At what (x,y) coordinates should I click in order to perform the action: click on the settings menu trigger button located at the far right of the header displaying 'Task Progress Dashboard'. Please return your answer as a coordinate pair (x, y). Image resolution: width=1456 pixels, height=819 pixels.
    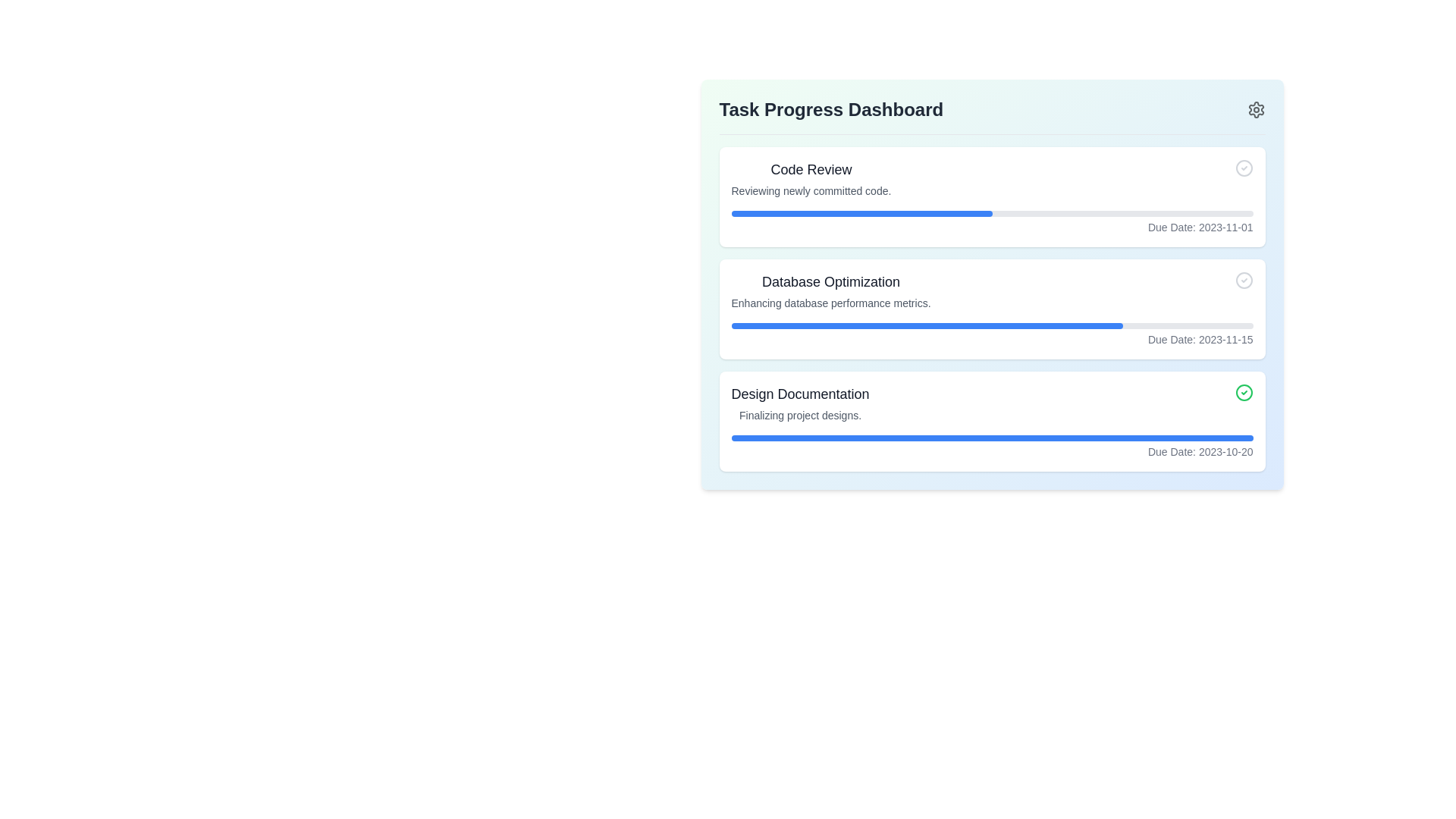
    Looking at the image, I should click on (1256, 109).